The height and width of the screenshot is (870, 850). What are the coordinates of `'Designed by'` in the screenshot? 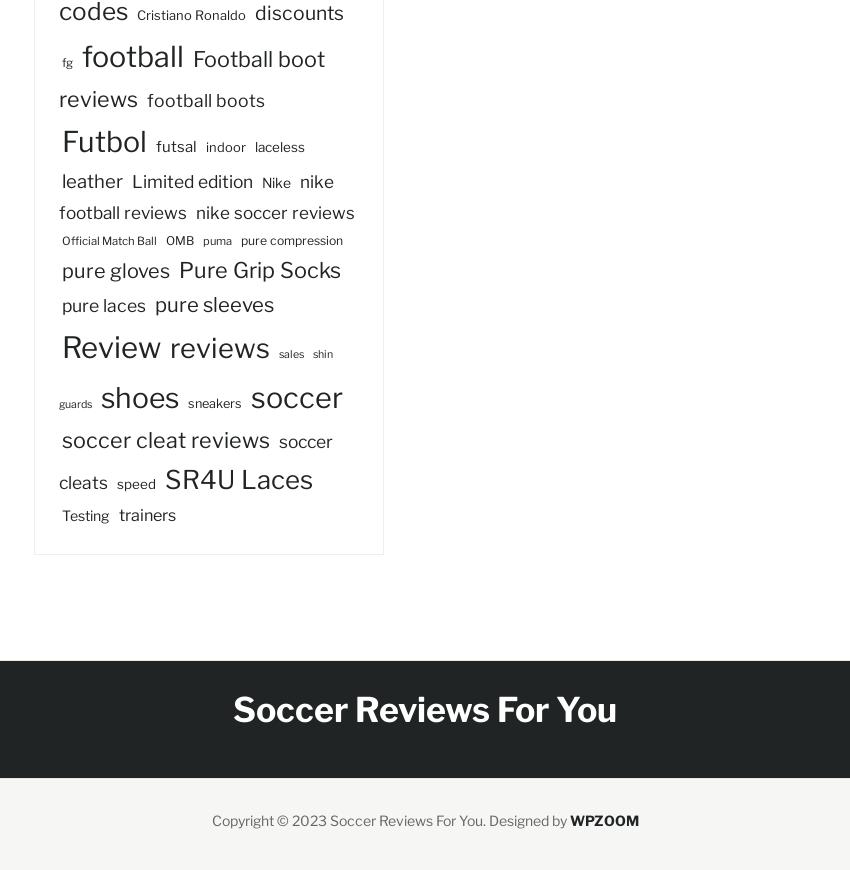 It's located at (527, 820).